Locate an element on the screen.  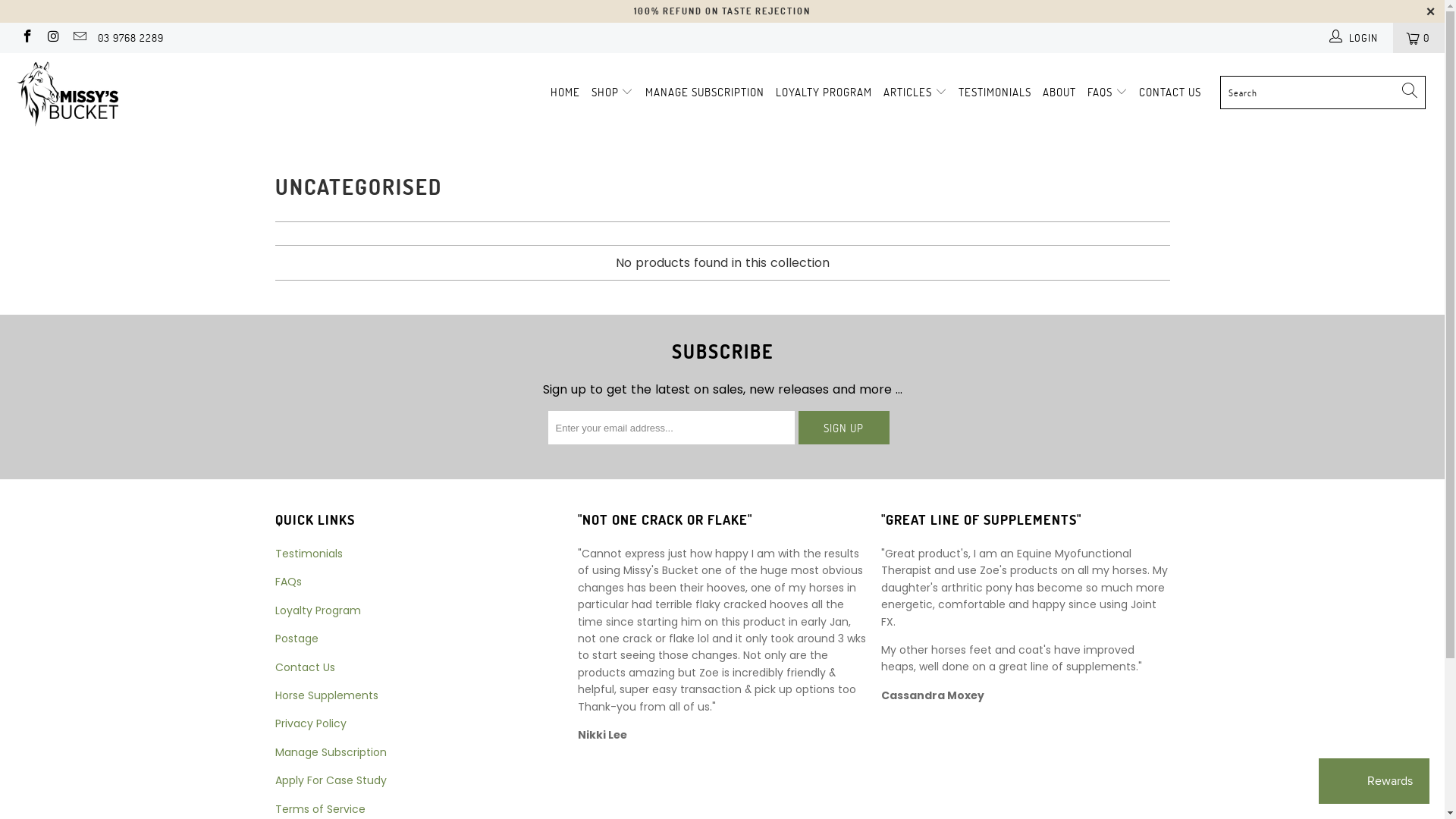
'HOME' is located at coordinates (564, 93).